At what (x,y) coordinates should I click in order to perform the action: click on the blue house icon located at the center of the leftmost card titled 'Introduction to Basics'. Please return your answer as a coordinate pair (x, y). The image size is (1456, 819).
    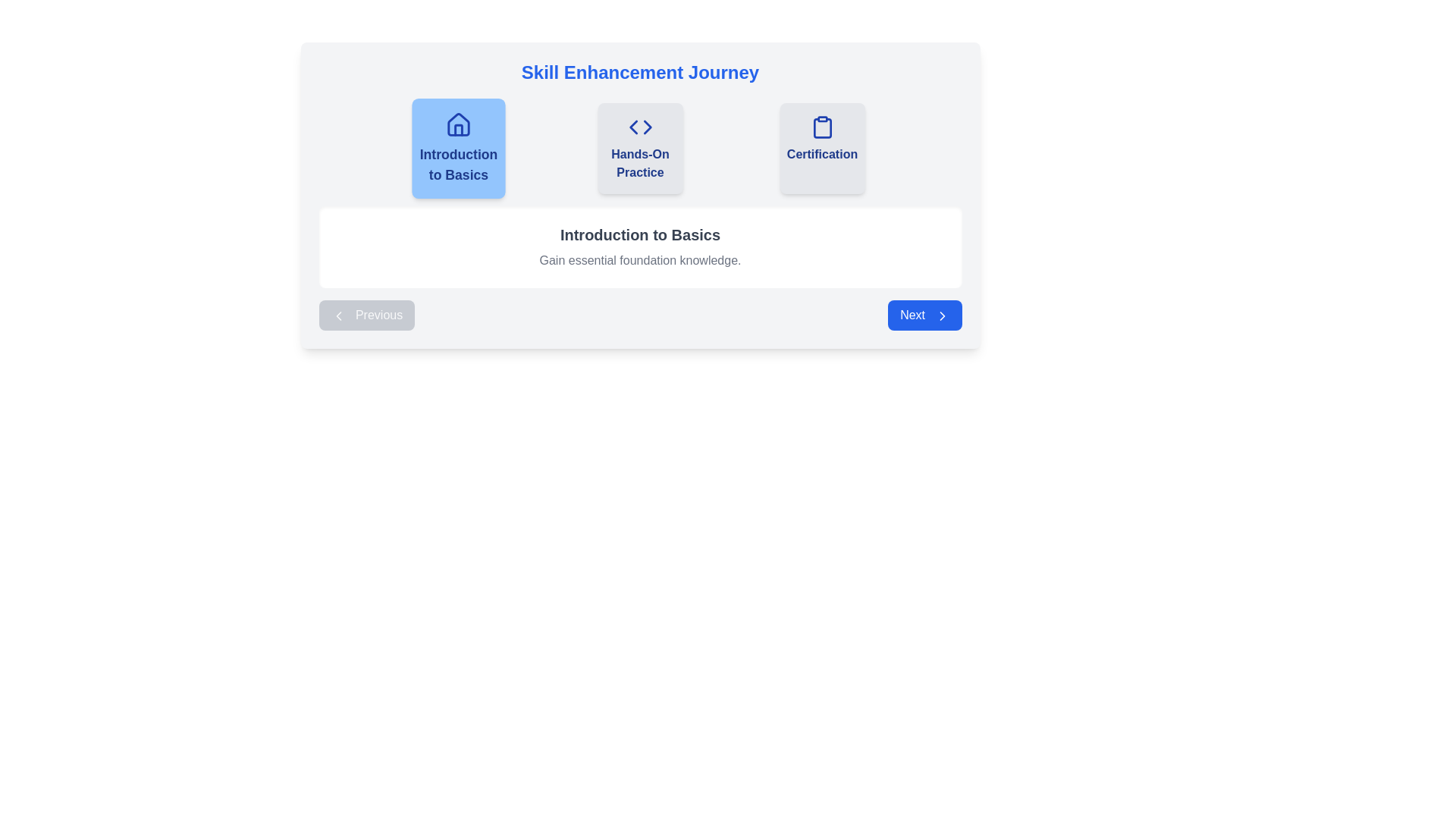
    Looking at the image, I should click on (457, 124).